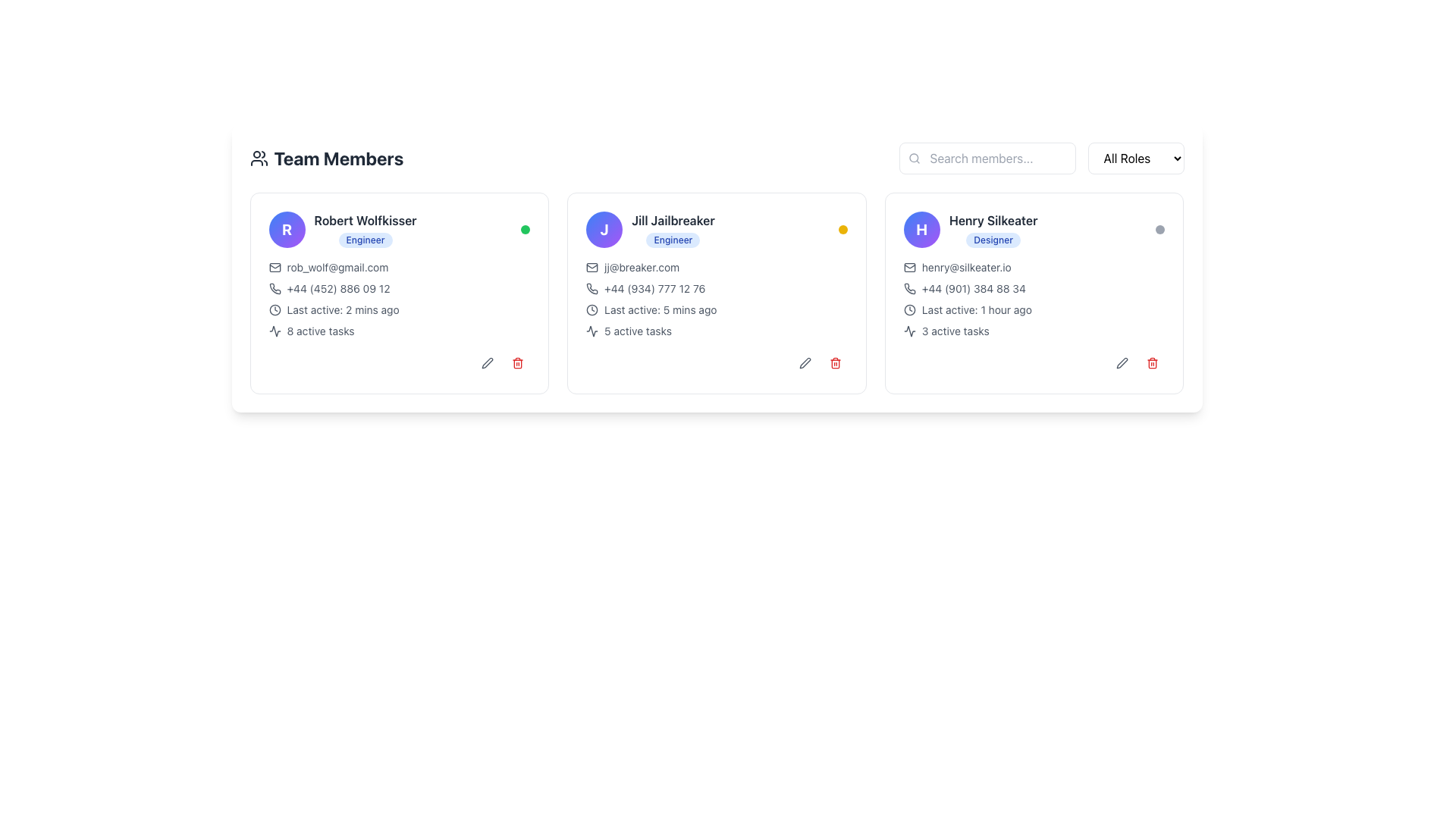  Describe the element at coordinates (488, 362) in the screenshot. I see `the edit icon, which resembles a pen or pencil and is styled in gray` at that location.